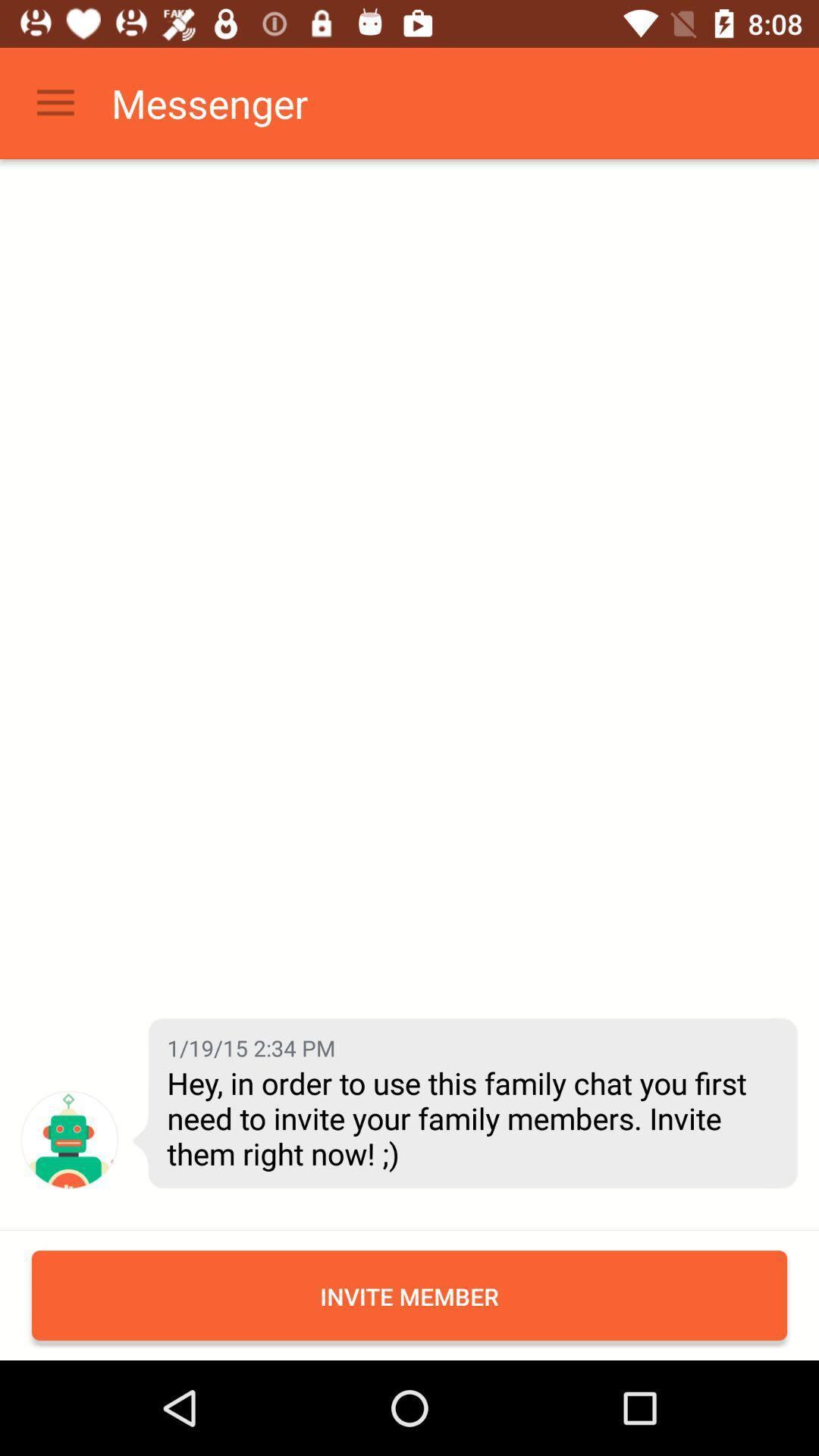 Image resolution: width=819 pixels, height=1456 pixels. What do you see at coordinates (250, 1046) in the screenshot?
I see `the item above hey in order icon` at bounding box center [250, 1046].